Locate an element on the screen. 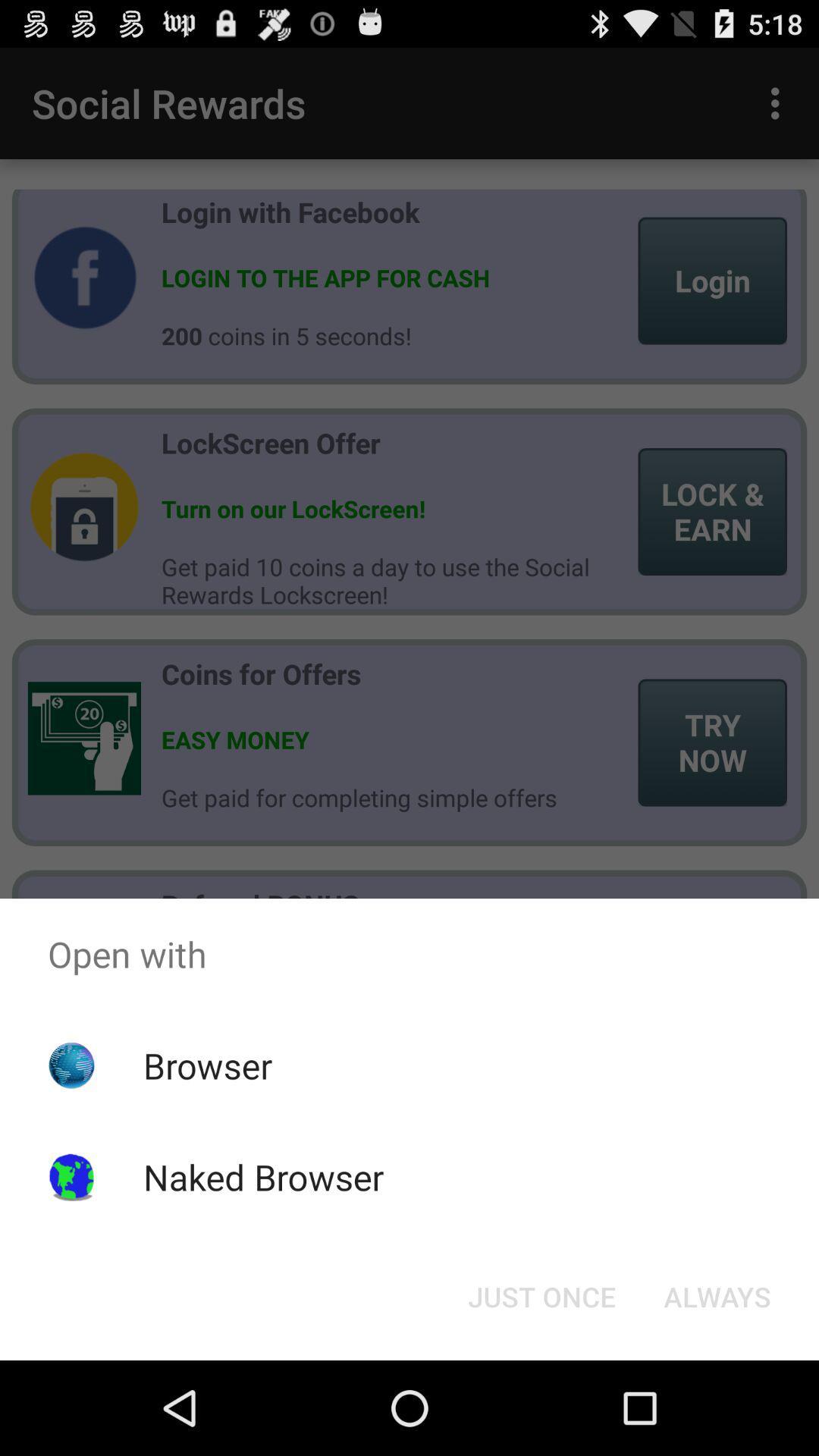 Image resolution: width=819 pixels, height=1456 pixels. icon next to the just once is located at coordinates (717, 1295).